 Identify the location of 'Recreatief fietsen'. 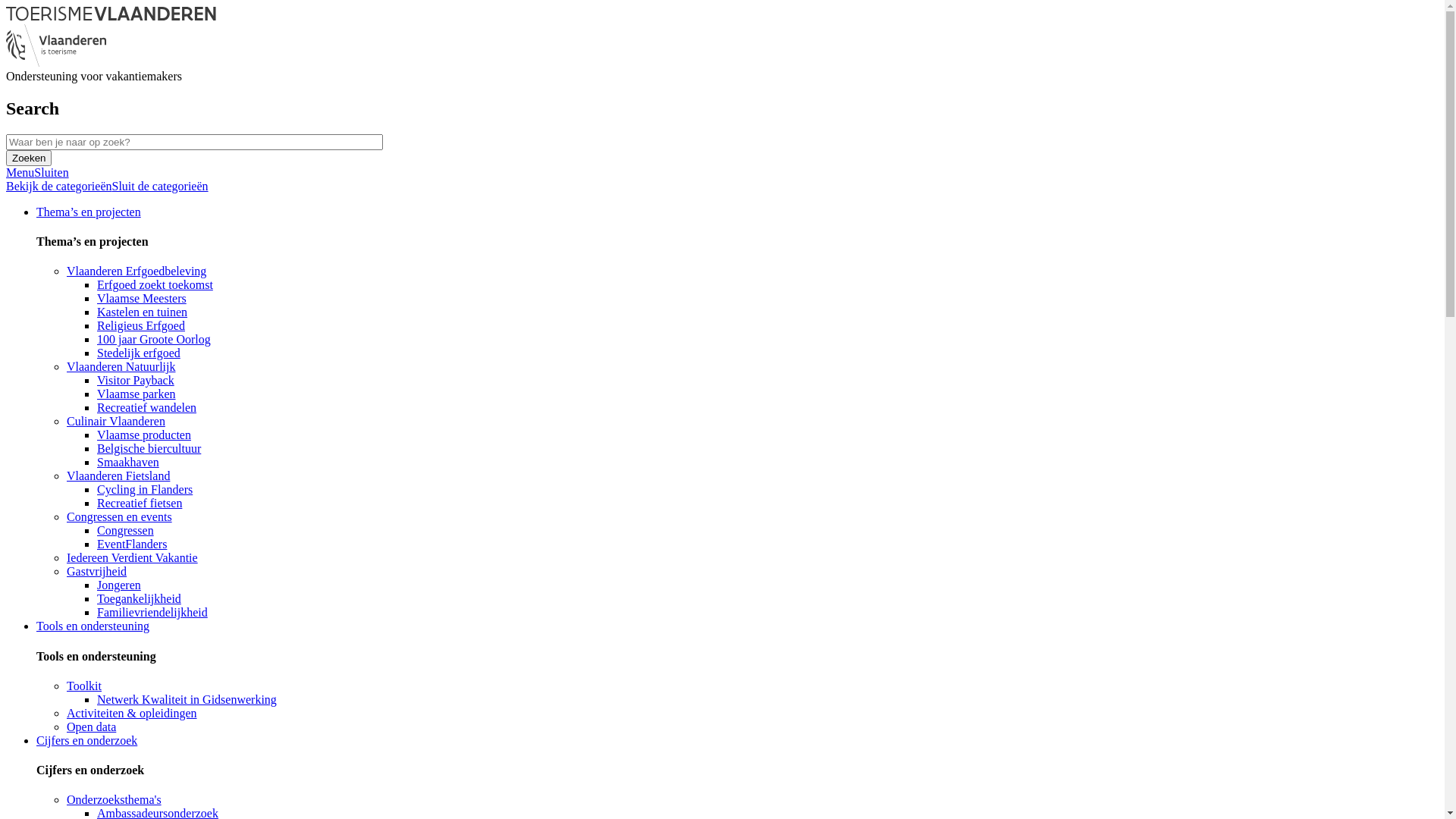
(139, 503).